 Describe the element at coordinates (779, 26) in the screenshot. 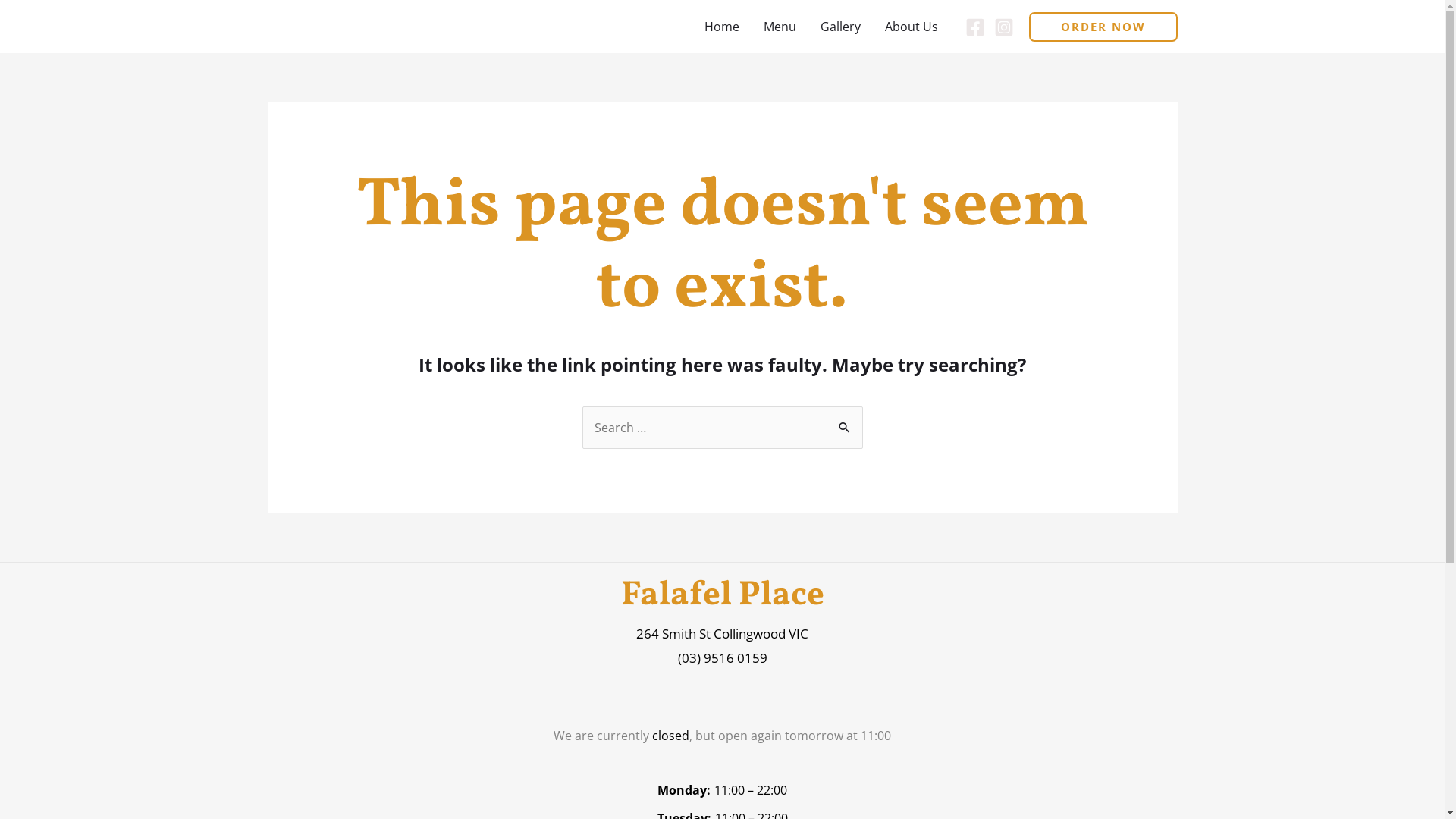

I see `'Menu'` at that location.